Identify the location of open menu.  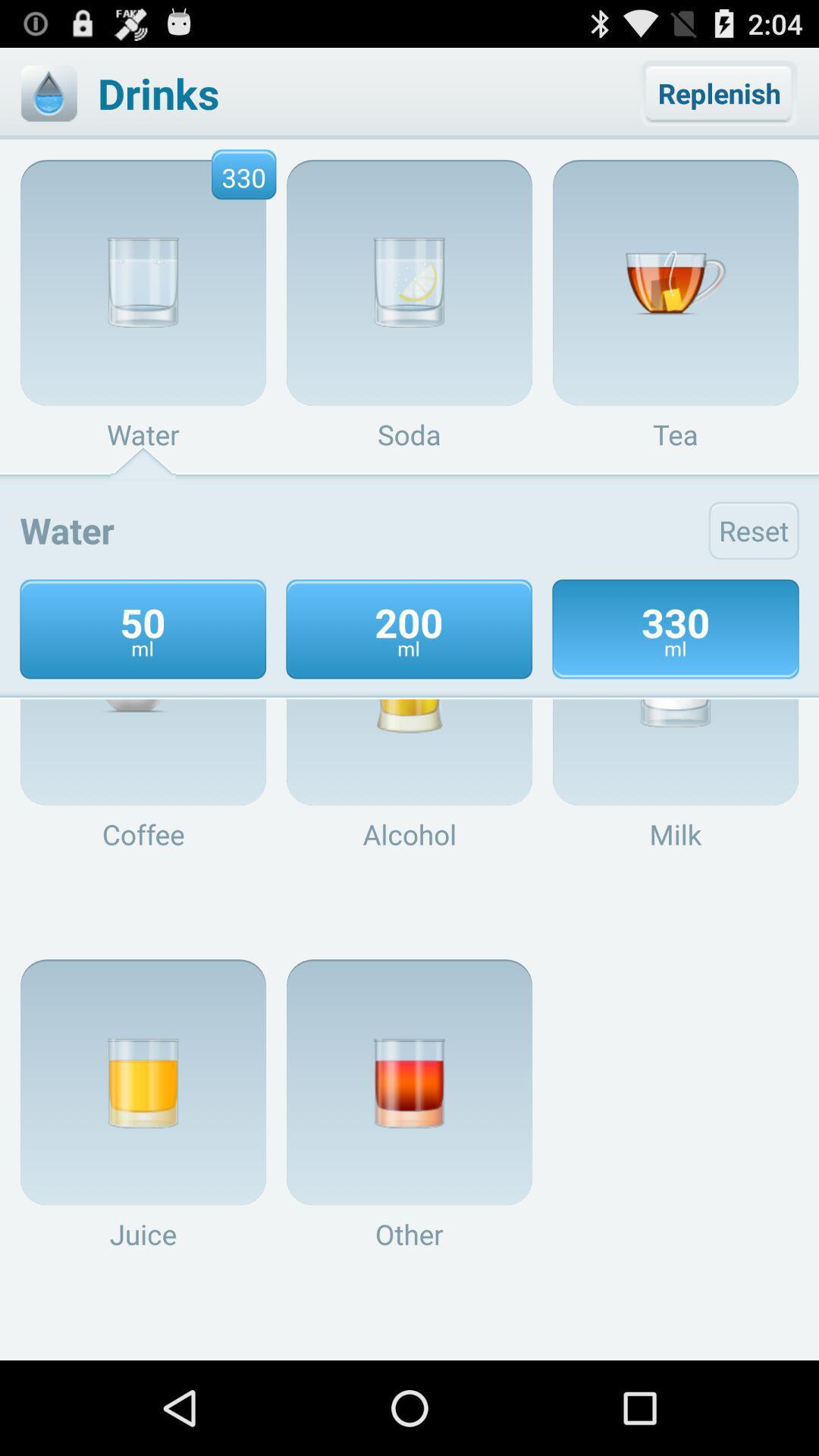
(48, 93).